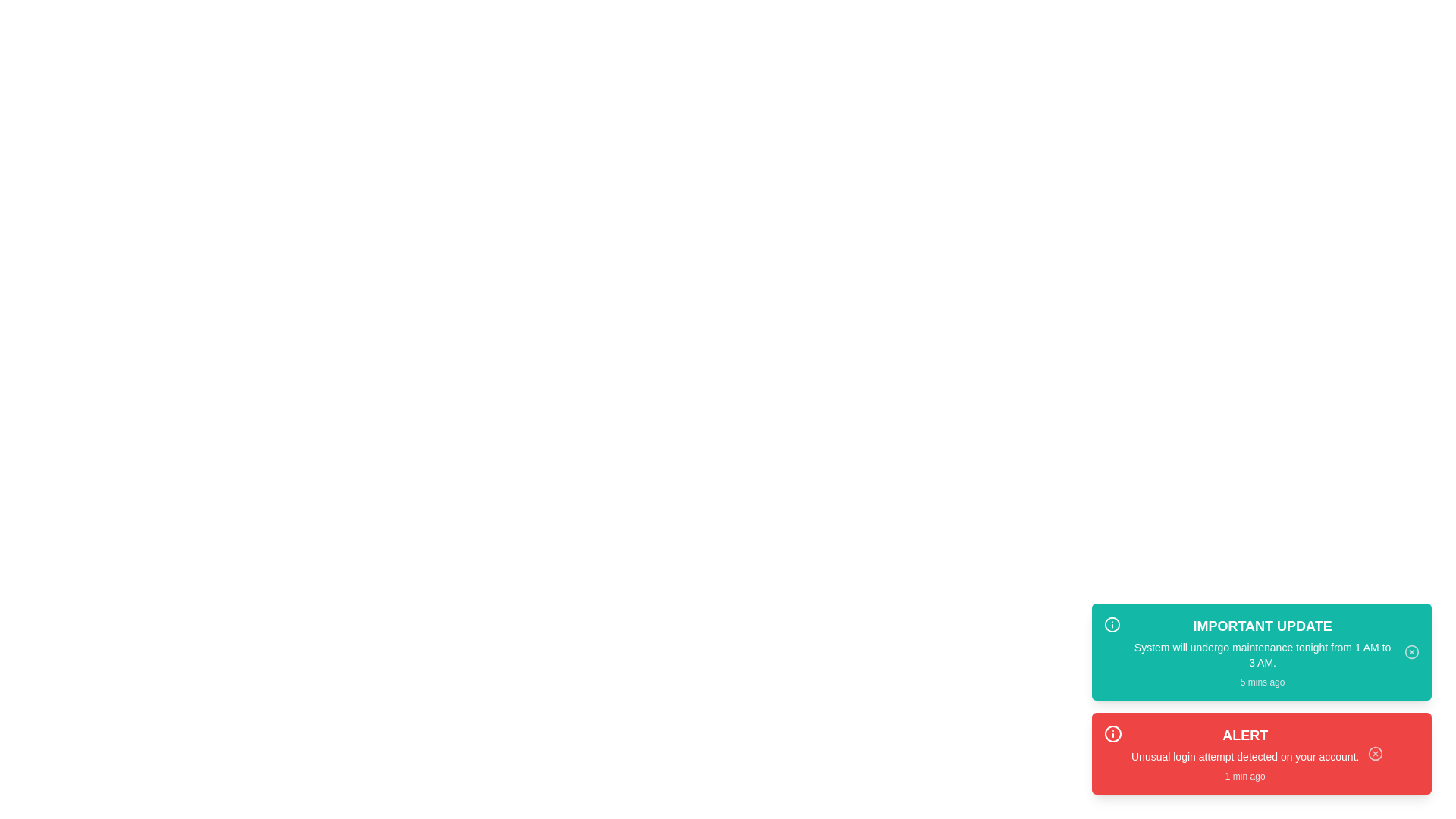  Describe the element at coordinates (1112, 625) in the screenshot. I see `the icon for maintenance` at that location.